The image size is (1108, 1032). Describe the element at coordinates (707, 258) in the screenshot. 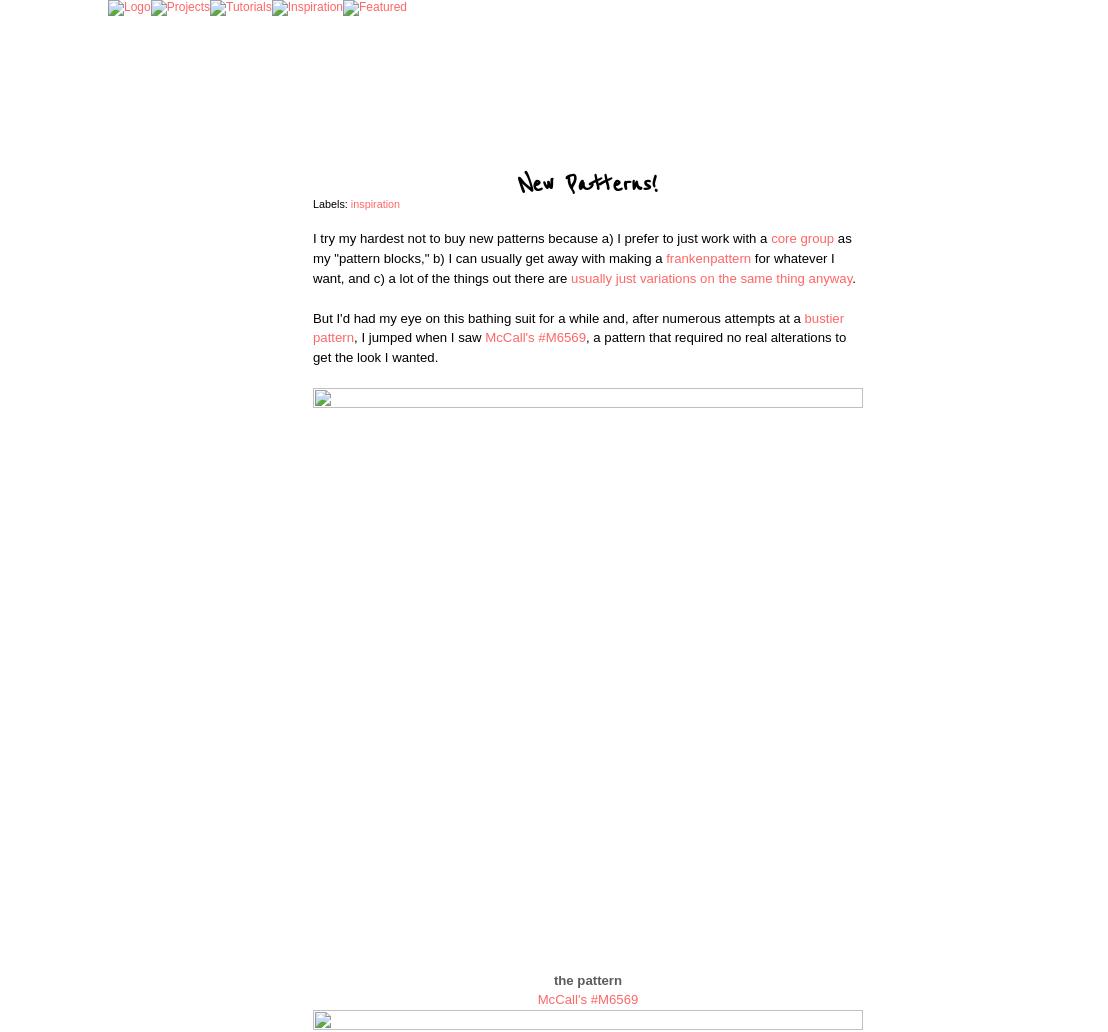

I see `'frankenpattern'` at that location.